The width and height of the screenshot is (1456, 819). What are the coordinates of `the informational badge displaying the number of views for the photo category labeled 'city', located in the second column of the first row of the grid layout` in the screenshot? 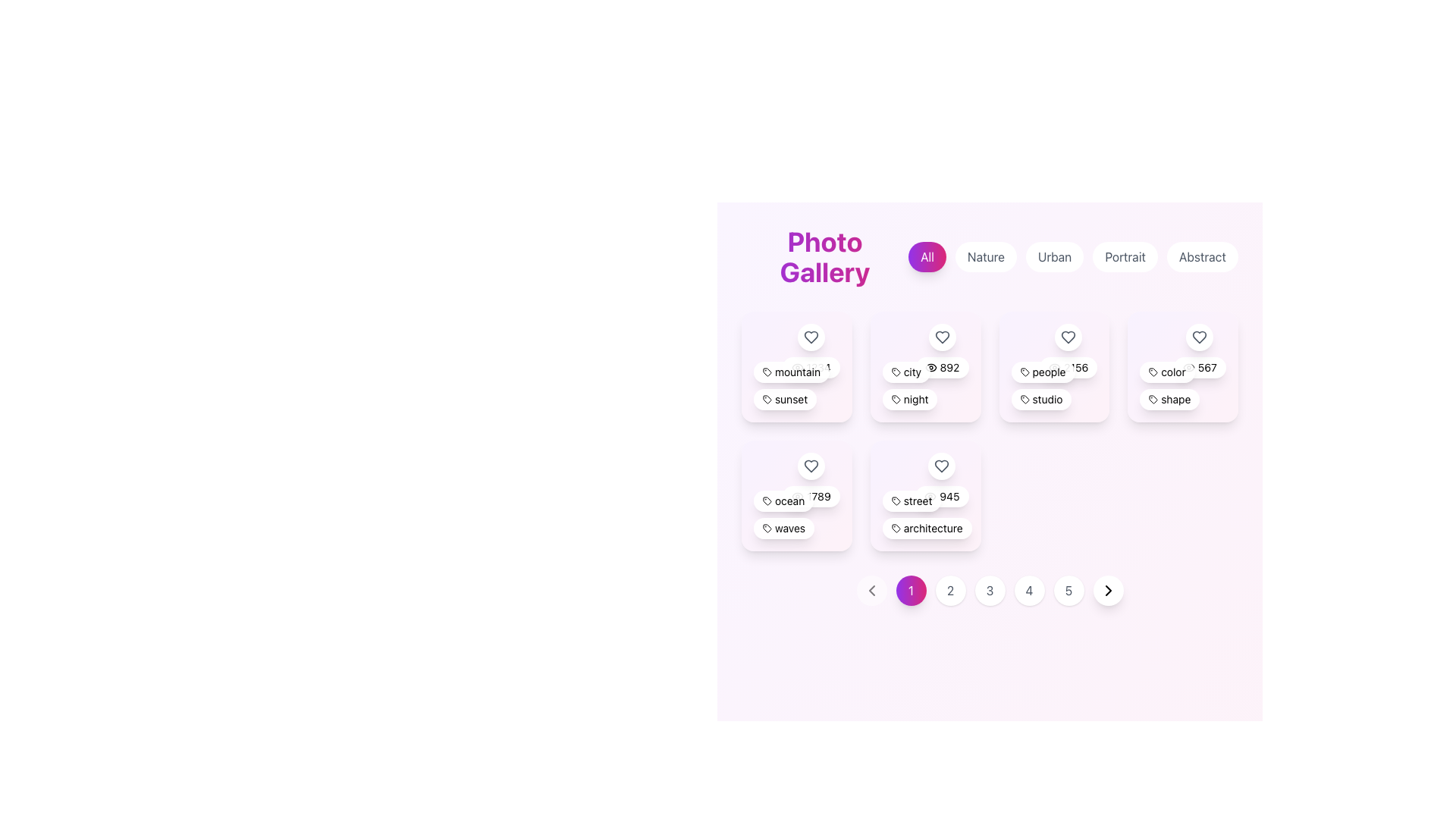 It's located at (941, 368).